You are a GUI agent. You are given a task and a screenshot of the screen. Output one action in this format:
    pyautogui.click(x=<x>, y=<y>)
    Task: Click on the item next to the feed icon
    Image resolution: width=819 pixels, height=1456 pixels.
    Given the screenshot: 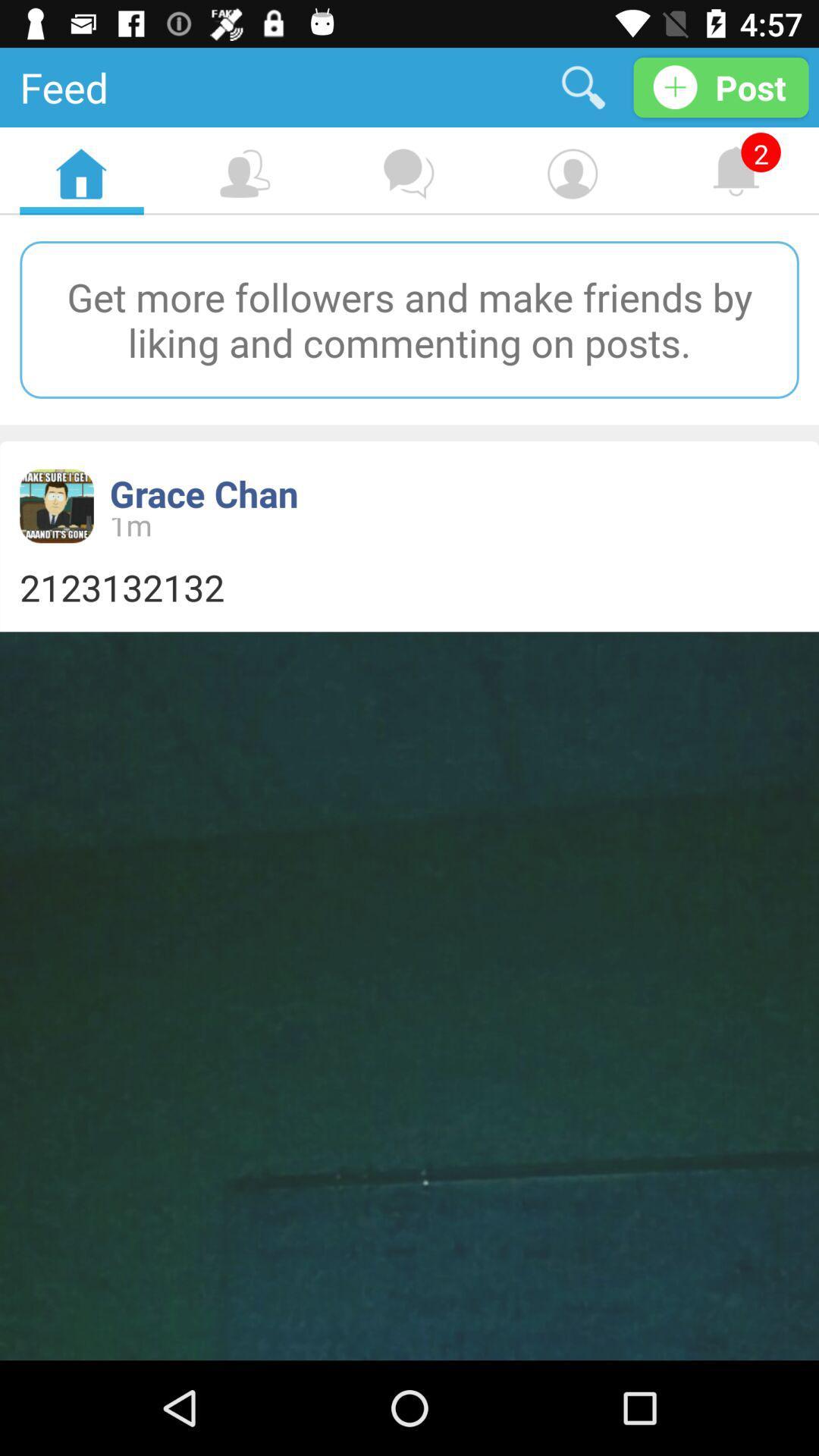 What is the action you would take?
    pyautogui.click(x=582, y=86)
    